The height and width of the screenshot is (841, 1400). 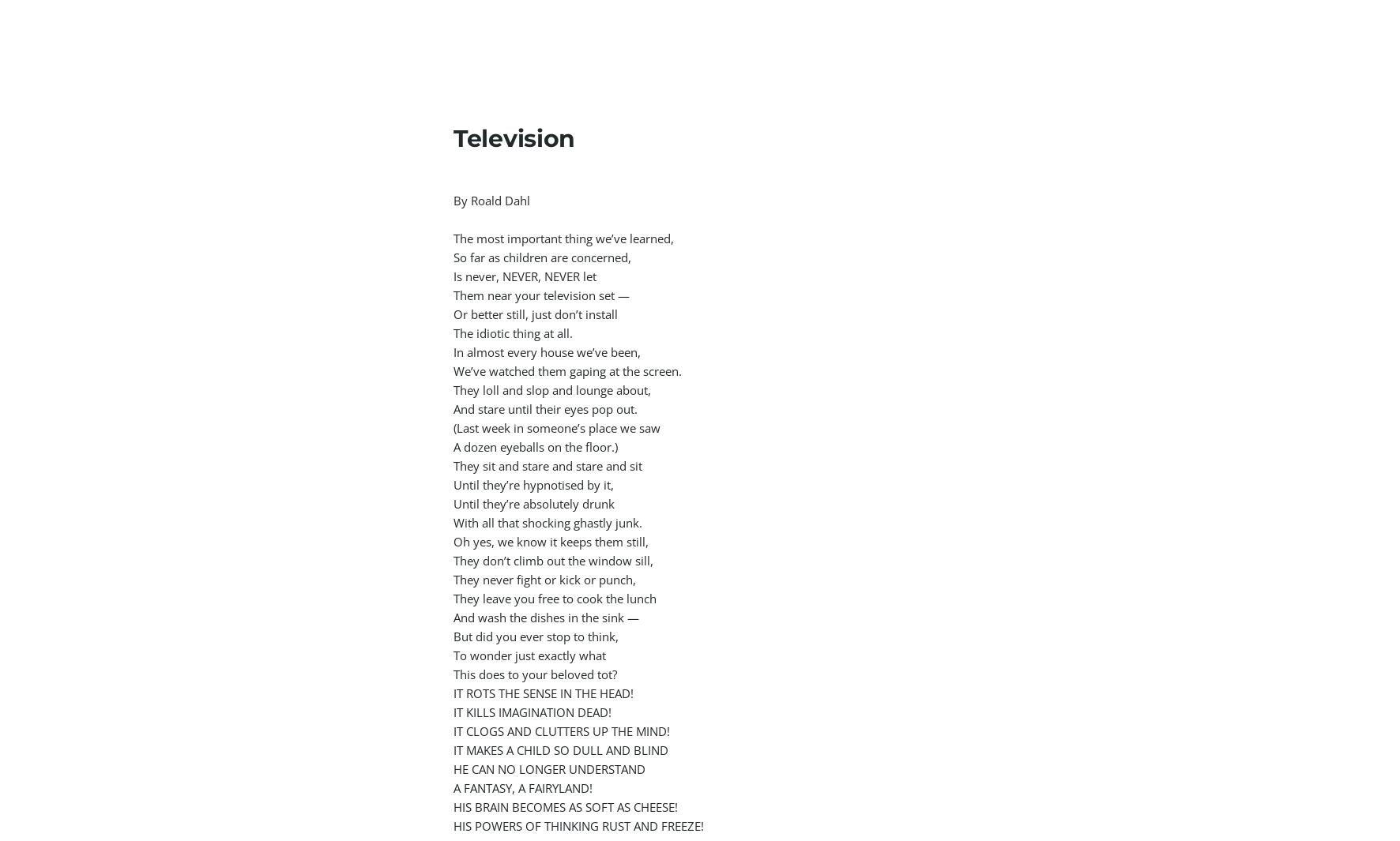 What do you see at coordinates (566, 806) in the screenshot?
I see `'HIS BRAIN BECOMES AS SOFT AS CHEESE!'` at bounding box center [566, 806].